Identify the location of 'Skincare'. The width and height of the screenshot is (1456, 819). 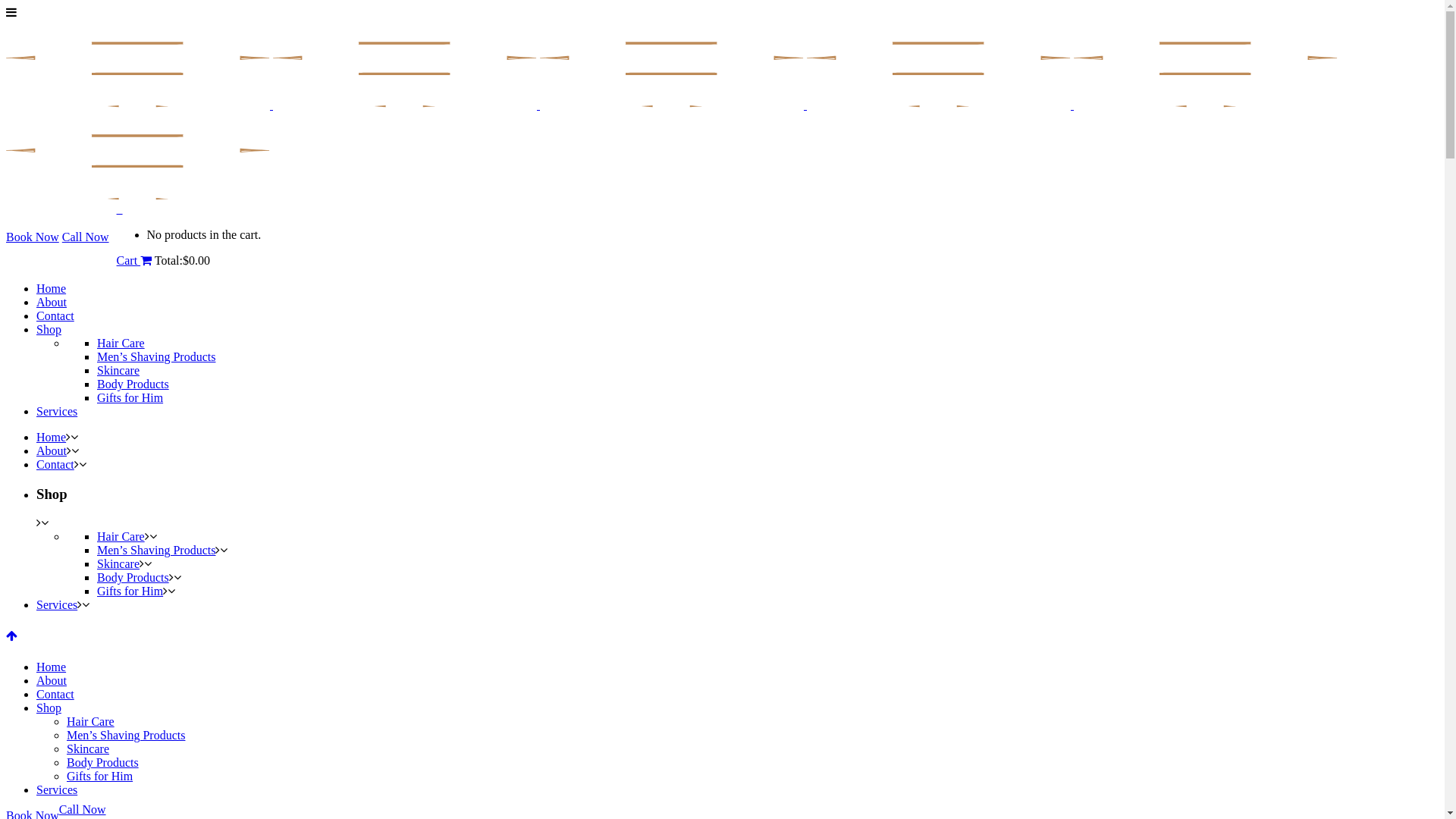
(118, 370).